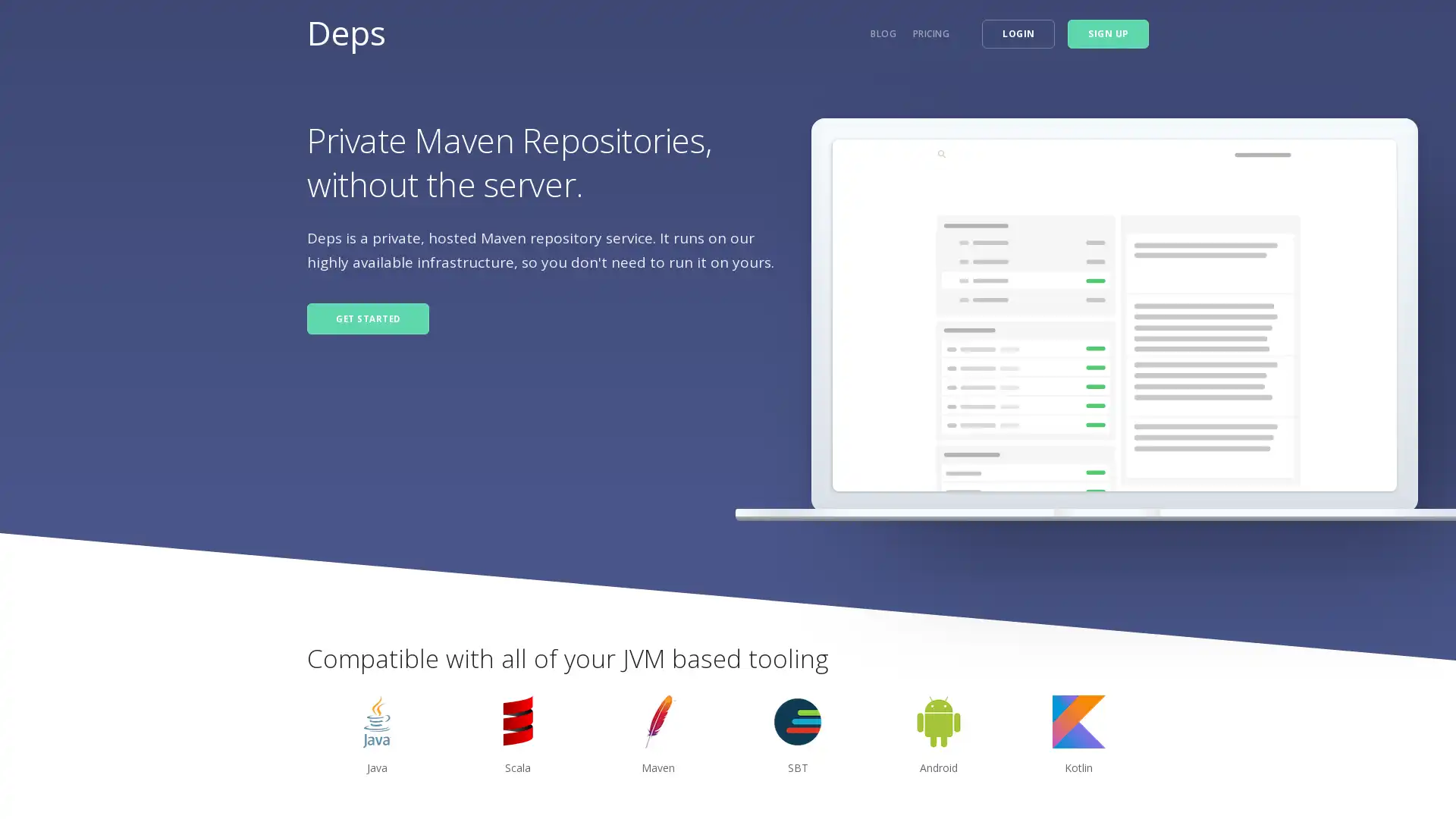 This screenshot has height=819, width=1456. Describe the element at coordinates (321, 736) in the screenshot. I see `previous` at that location.